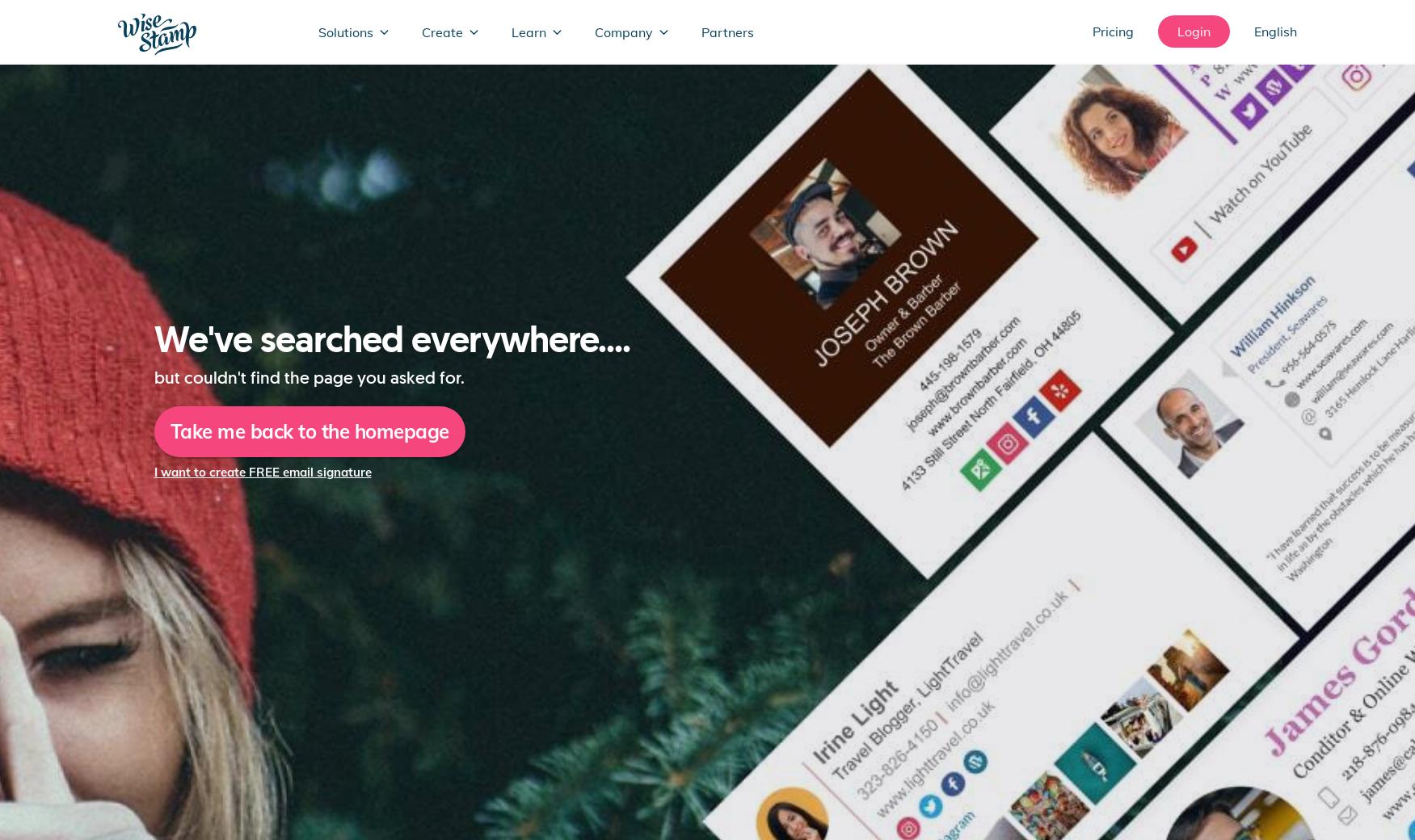  I want to click on 'English', so click(1253, 31).